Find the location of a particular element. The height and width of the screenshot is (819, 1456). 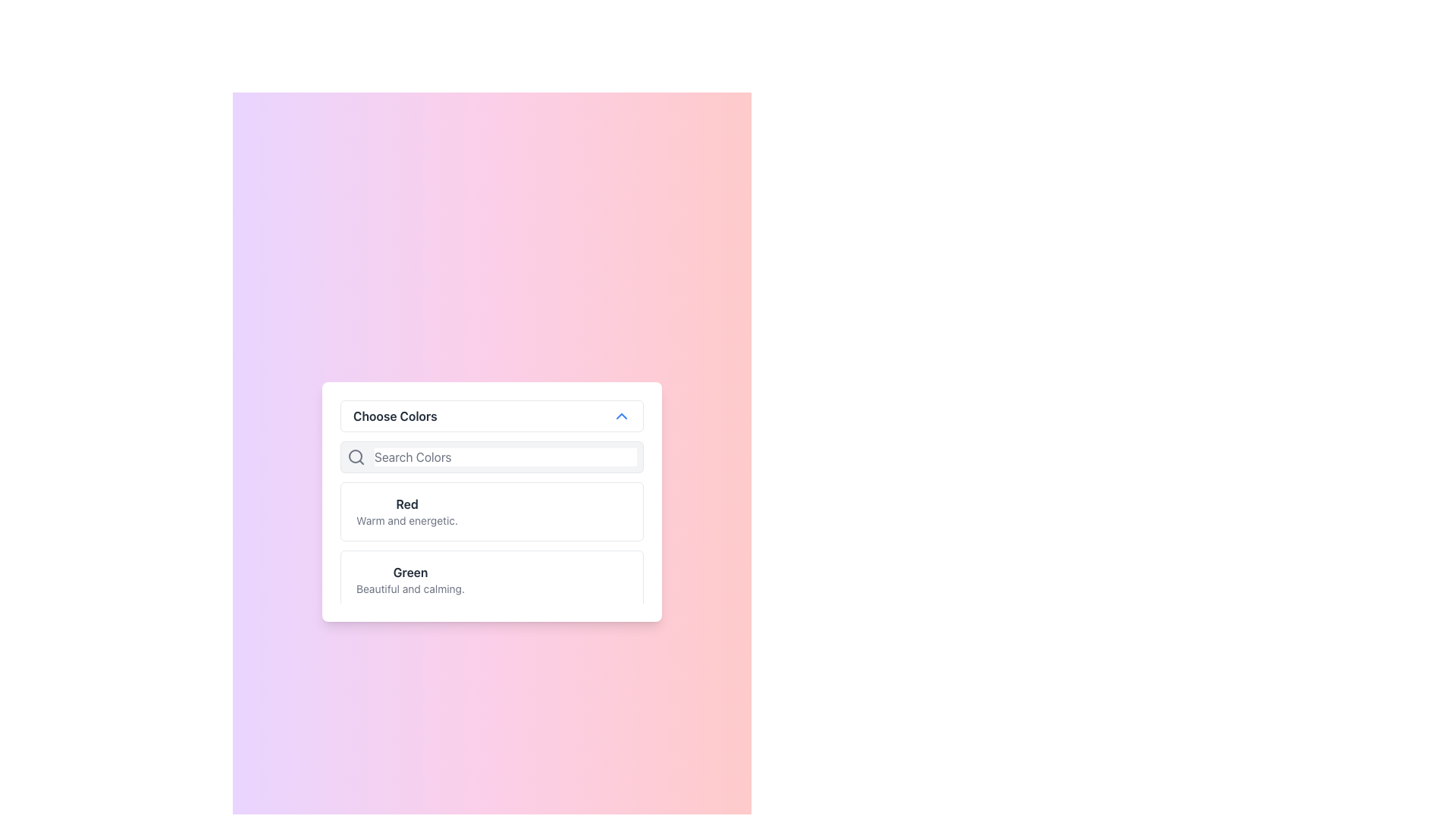

the title text element for the 'green' color option is located at coordinates (410, 573).